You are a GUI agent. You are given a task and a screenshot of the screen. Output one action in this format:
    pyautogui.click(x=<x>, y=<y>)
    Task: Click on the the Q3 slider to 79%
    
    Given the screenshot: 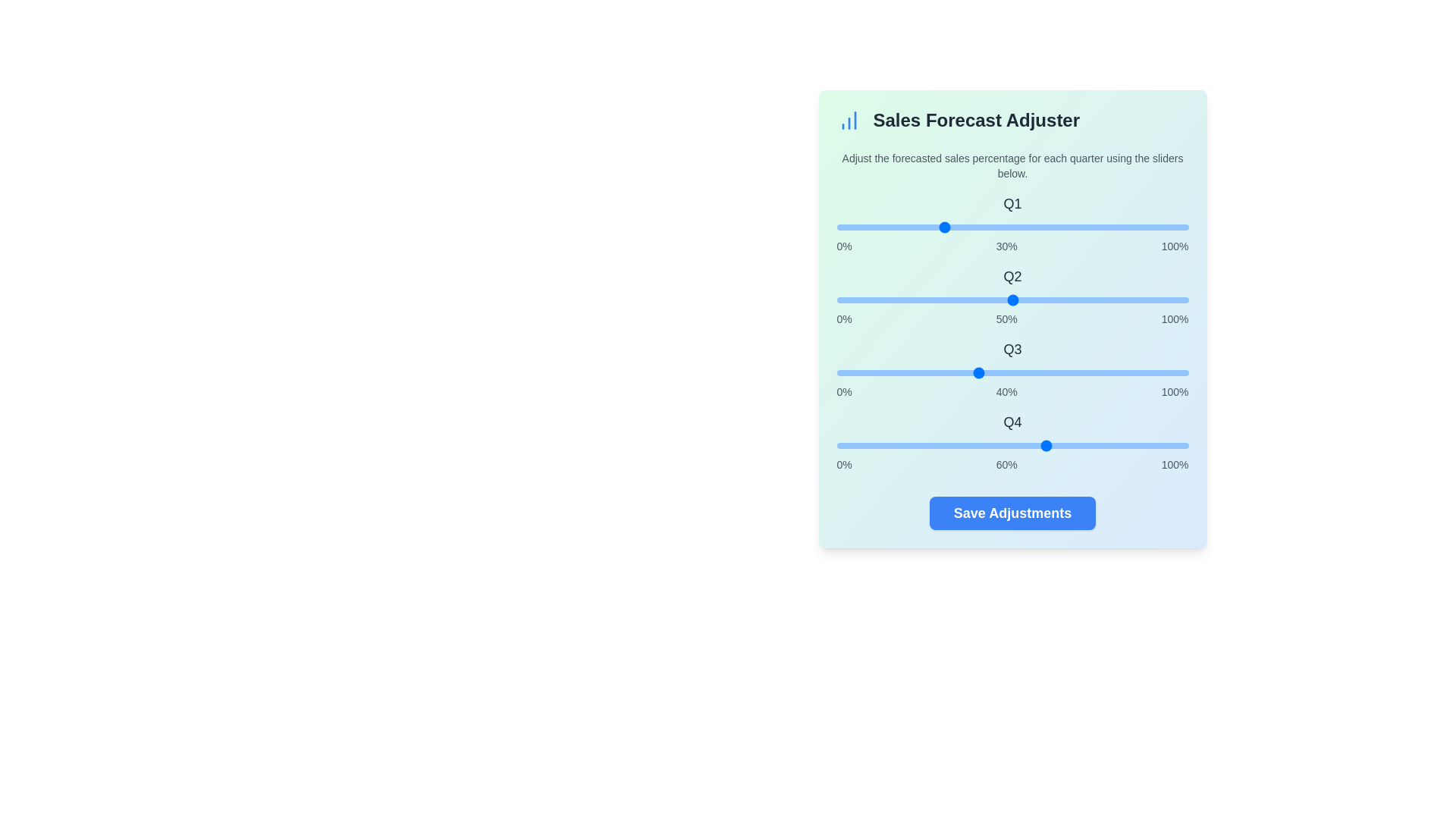 What is the action you would take?
    pyautogui.click(x=1115, y=373)
    